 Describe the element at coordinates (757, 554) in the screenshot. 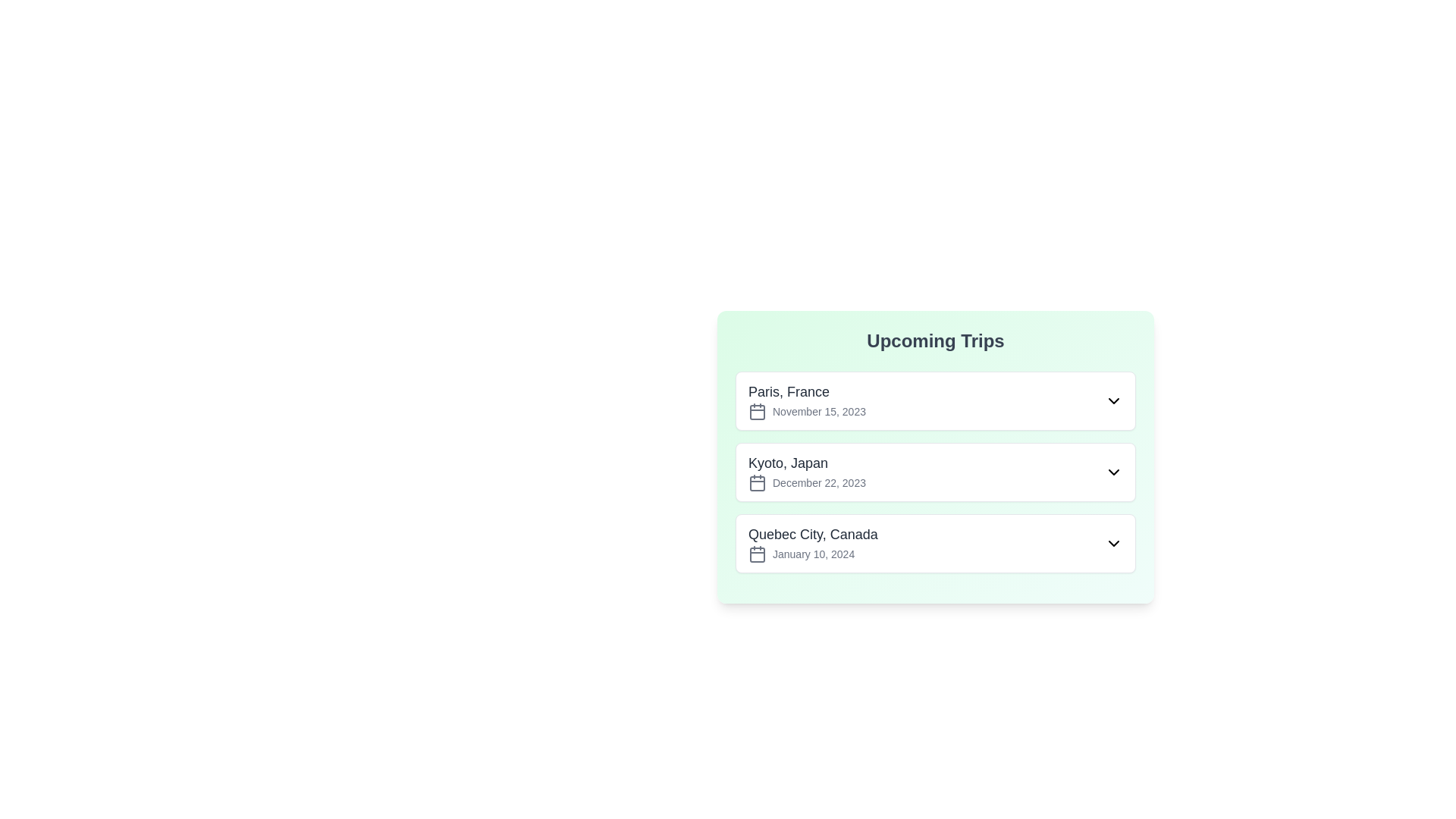

I see `the calendar icon element located to the left of the date text 'January 10, 2024' under the 'Upcoming Trips' header, aligned with 'Quebec City, Canada'` at that location.